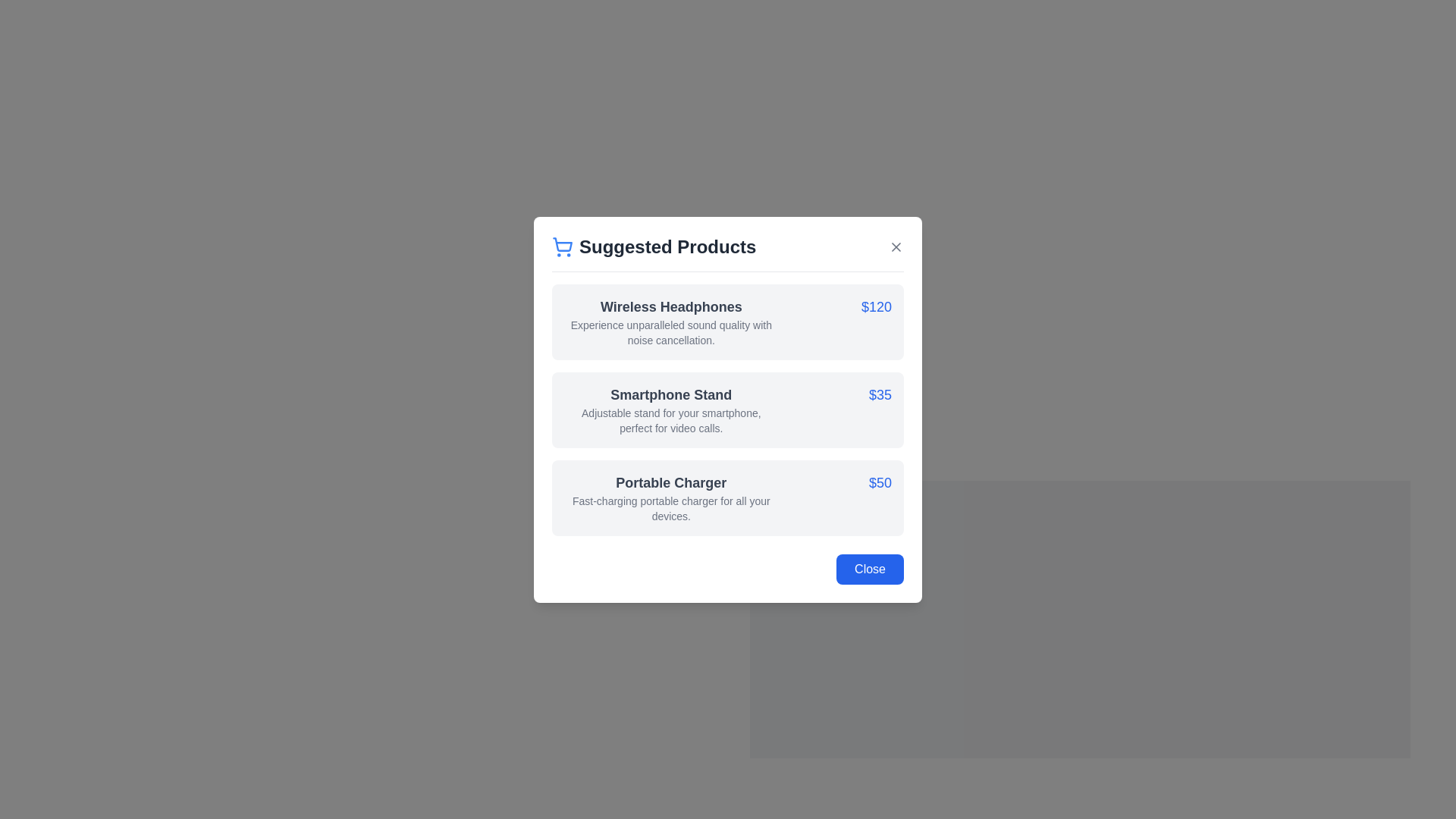 Image resolution: width=1456 pixels, height=819 pixels. What do you see at coordinates (562, 243) in the screenshot?
I see `the decorative shopping cart icon located in the top-left corner of the 'Suggested Products' modal, specifically between the two circles representing the wheels` at bounding box center [562, 243].